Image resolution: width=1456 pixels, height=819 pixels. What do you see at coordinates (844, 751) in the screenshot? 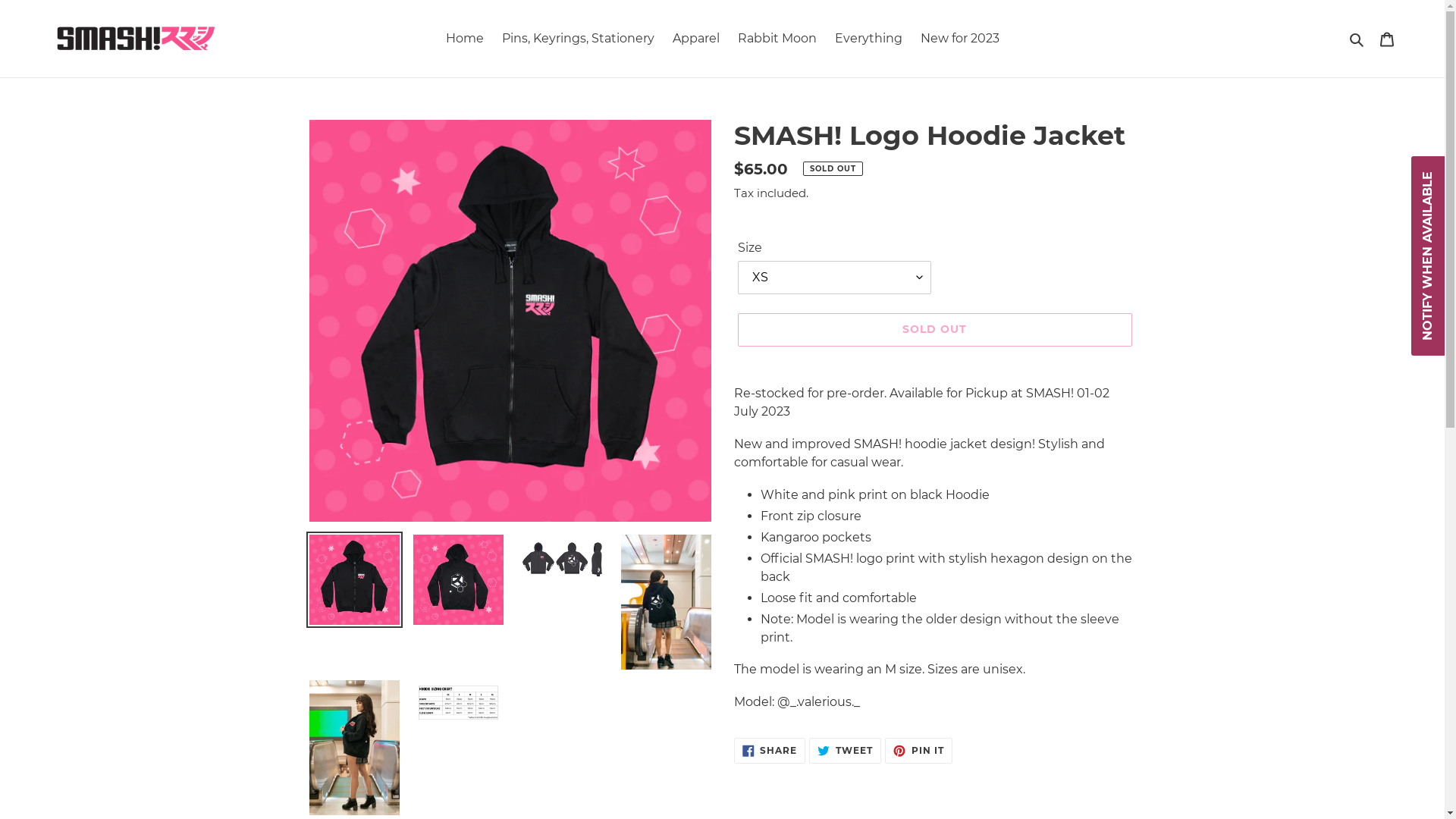
I see `'TWEET` at bounding box center [844, 751].